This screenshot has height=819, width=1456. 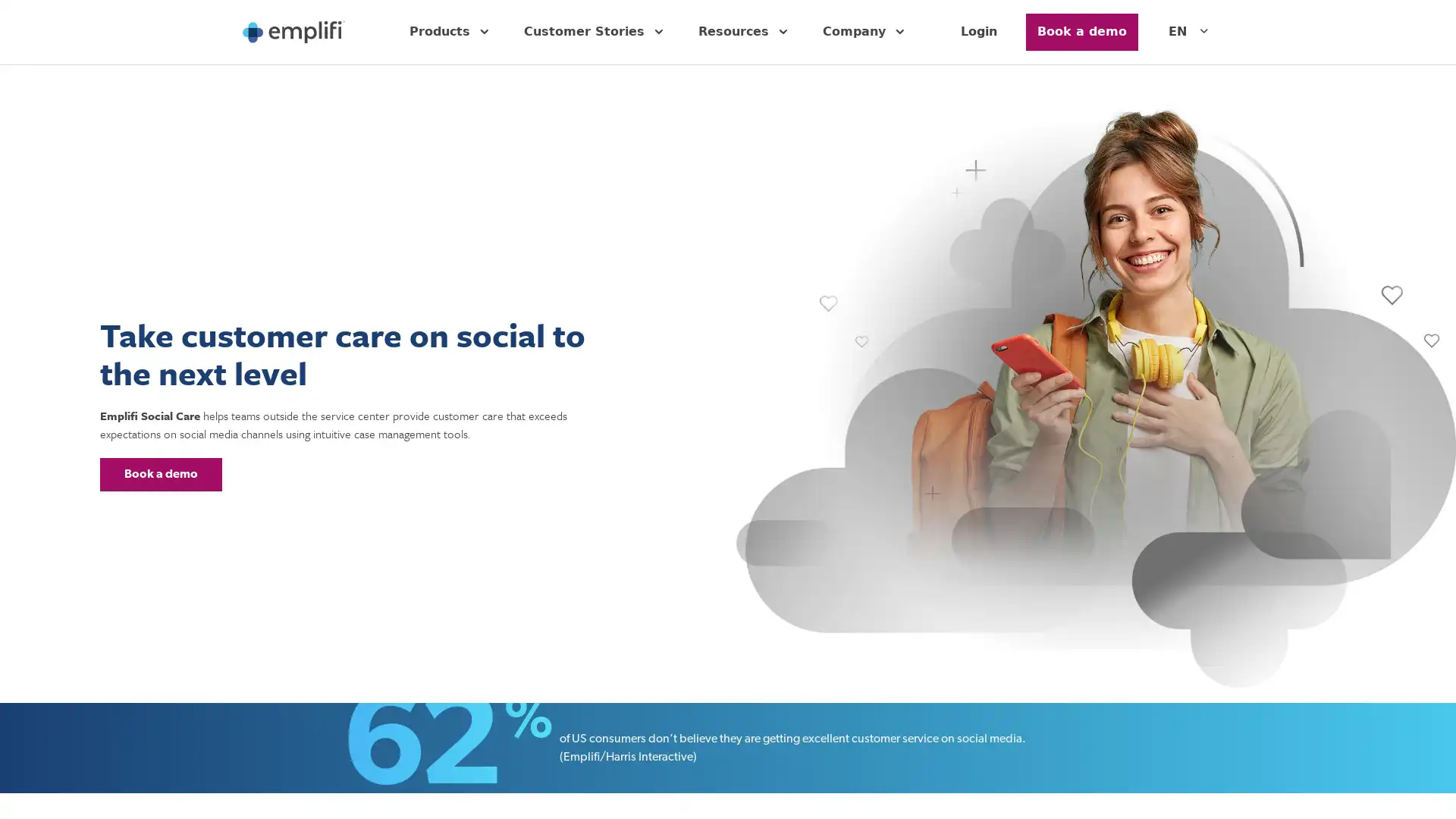 I want to click on Button, so click(x=1081, y=32).